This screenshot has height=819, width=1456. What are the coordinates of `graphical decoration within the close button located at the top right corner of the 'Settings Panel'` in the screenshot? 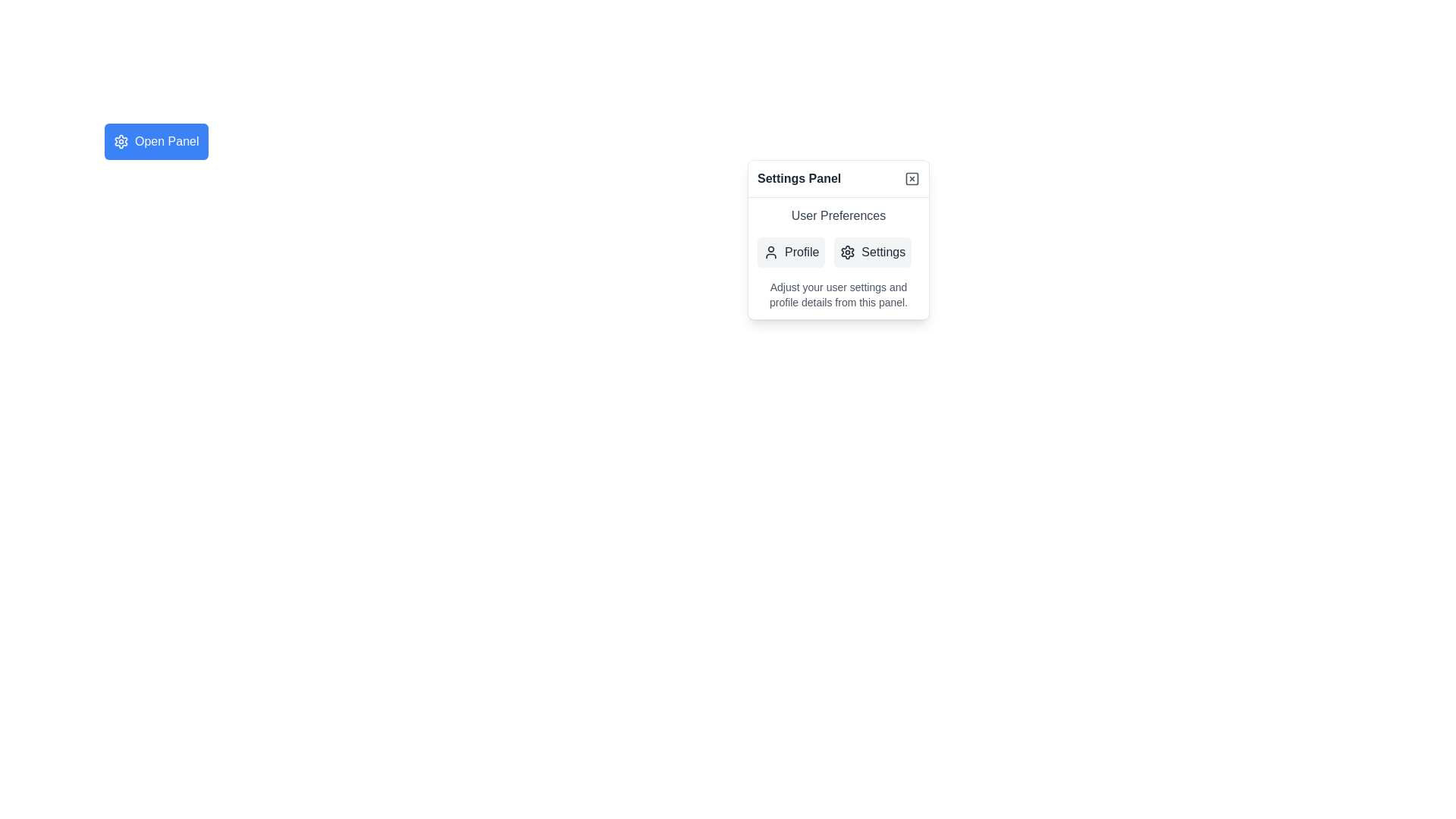 It's located at (912, 177).